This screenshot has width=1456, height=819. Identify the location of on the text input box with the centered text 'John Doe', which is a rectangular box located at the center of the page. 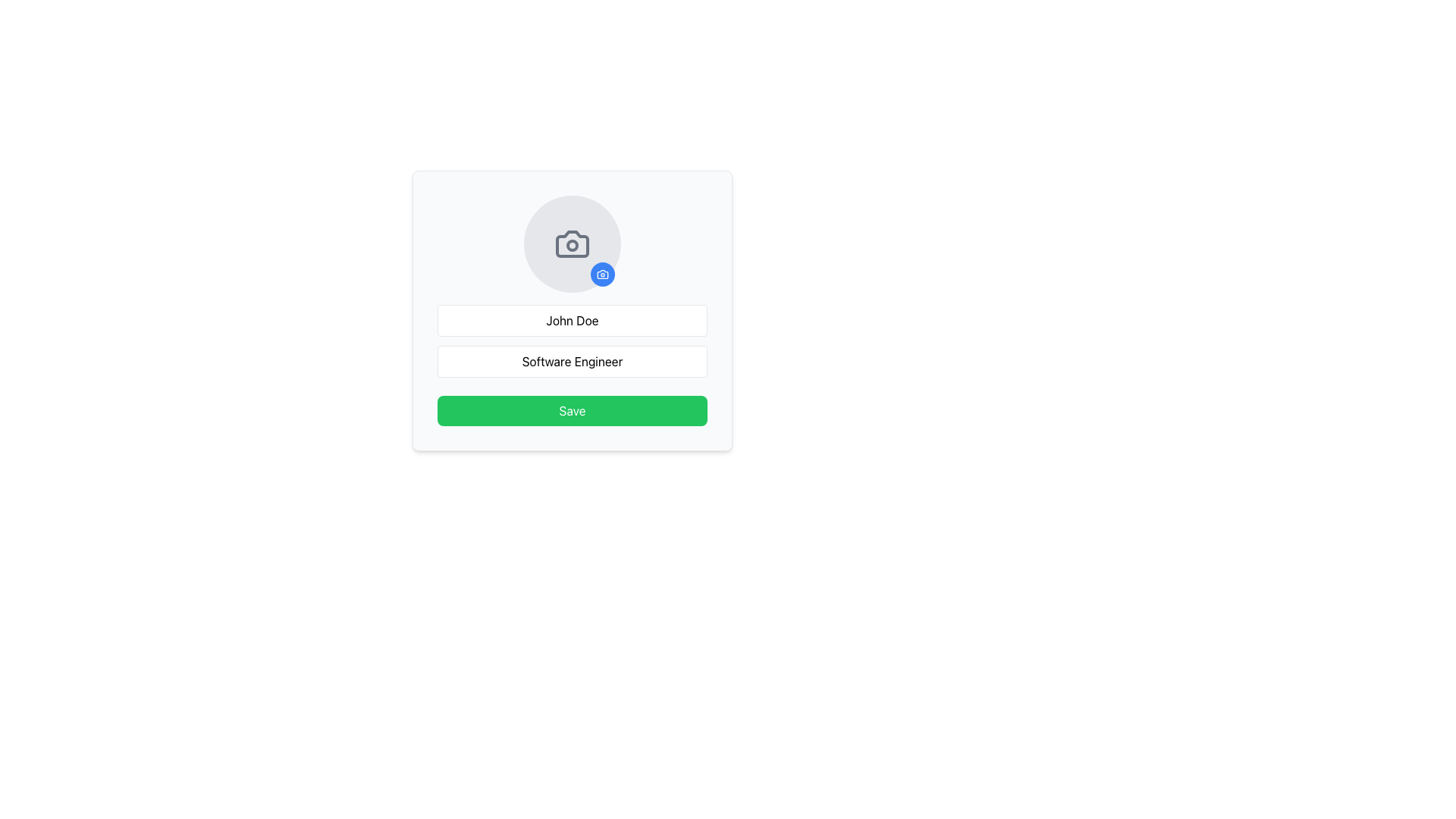
(571, 320).